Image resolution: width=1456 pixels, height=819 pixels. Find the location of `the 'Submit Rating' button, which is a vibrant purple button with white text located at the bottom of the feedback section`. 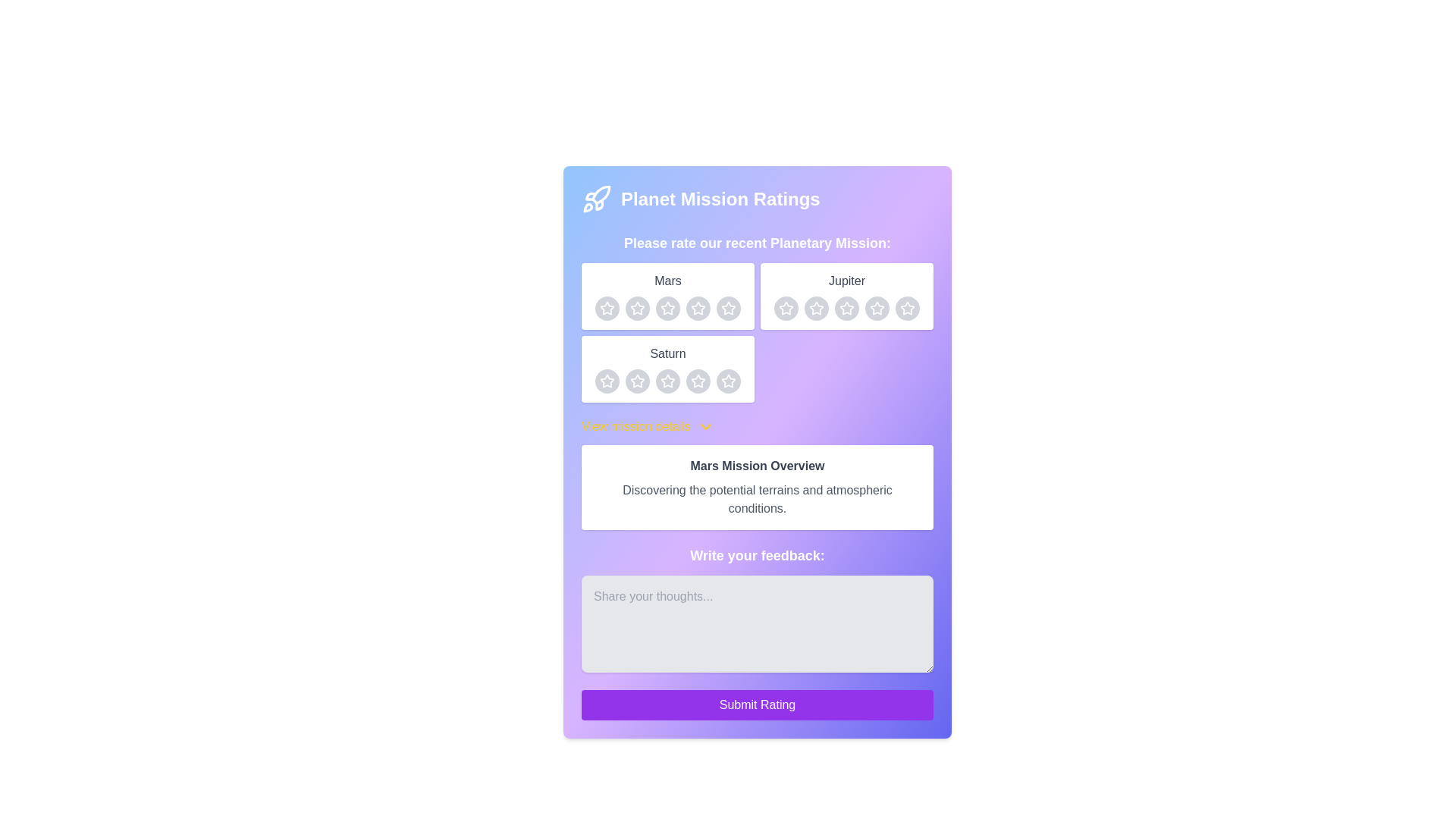

the 'Submit Rating' button, which is a vibrant purple button with white text located at the bottom of the feedback section is located at coordinates (757, 704).